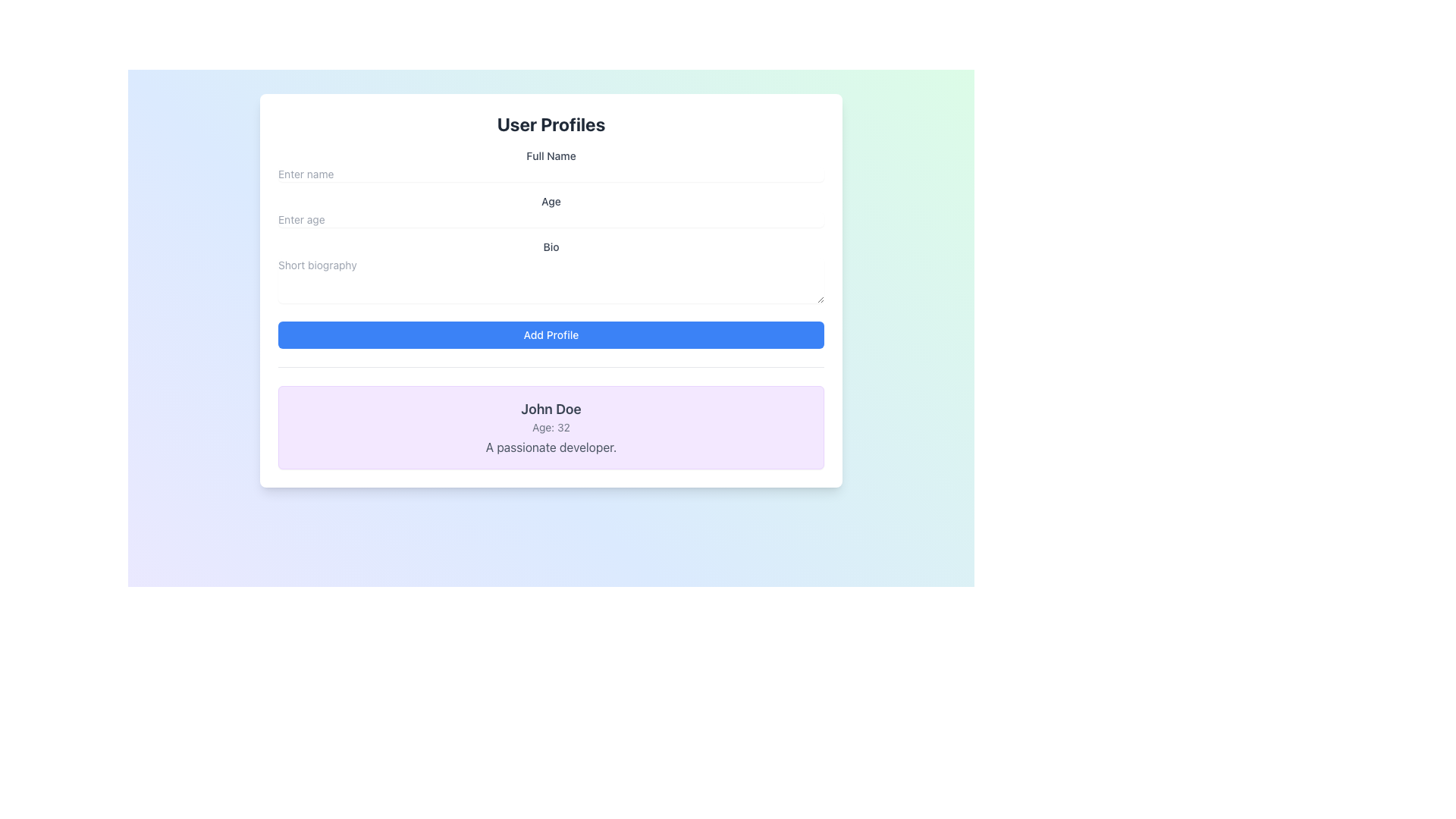 The height and width of the screenshot is (819, 1456). Describe the element at coordinates (550, 334) in the screenshot. I see `the submit button located at the bottom of the form section` at that location.